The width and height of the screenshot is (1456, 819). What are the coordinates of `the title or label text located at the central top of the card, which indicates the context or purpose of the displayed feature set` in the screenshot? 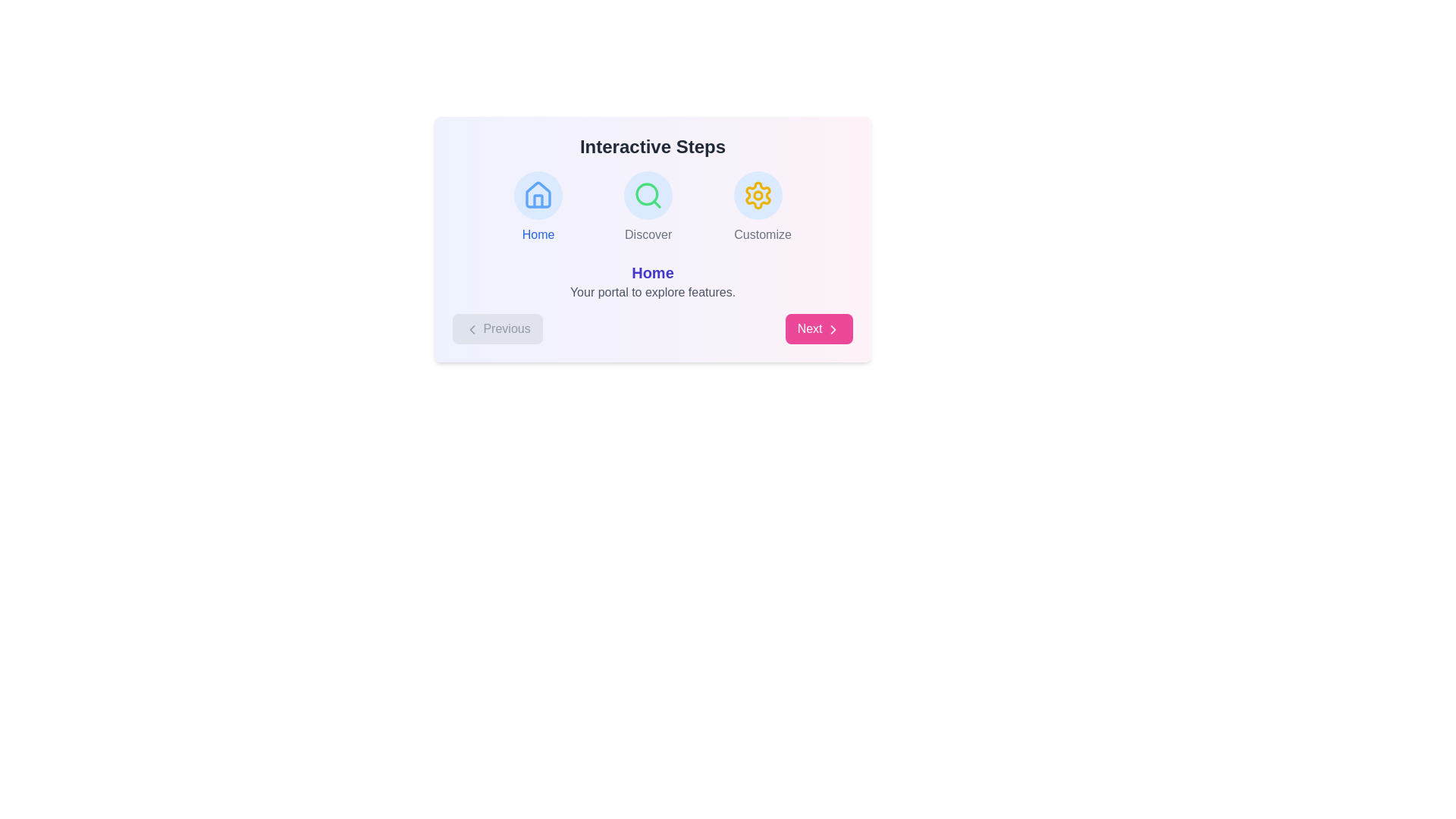 It's located at (652, 146).